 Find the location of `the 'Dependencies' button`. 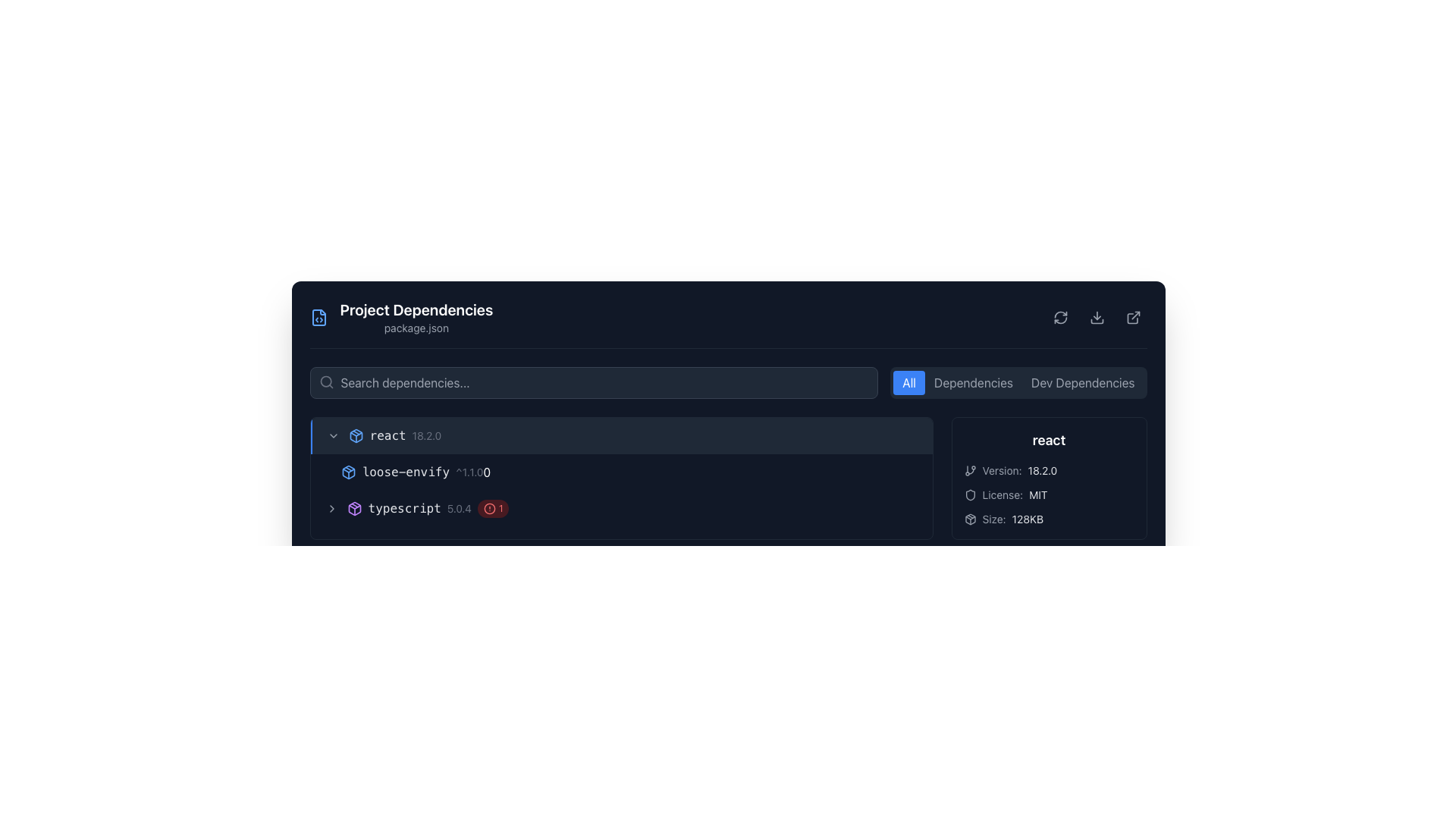

the 'Dependencies' button is located at coordinates (973, 382).